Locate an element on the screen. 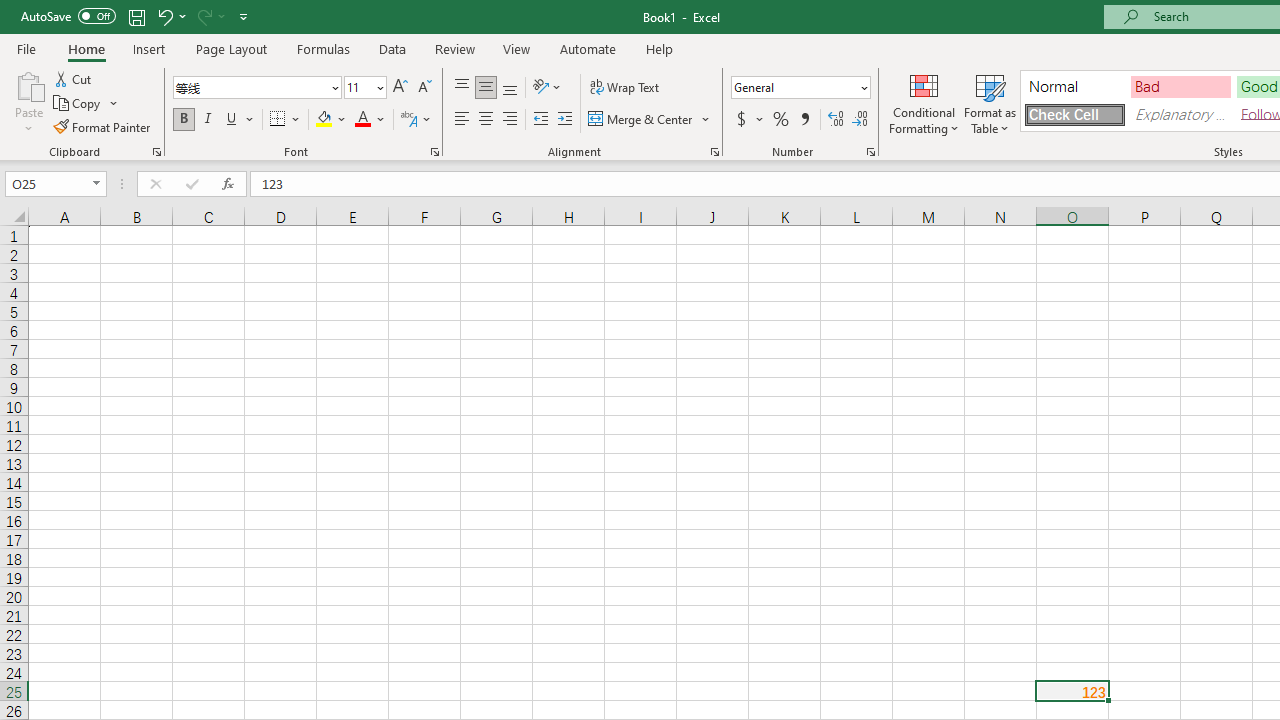 This screenshot has width=1280, height=720. 'Show Phonetic Field' is located at coordinates (407, 119).